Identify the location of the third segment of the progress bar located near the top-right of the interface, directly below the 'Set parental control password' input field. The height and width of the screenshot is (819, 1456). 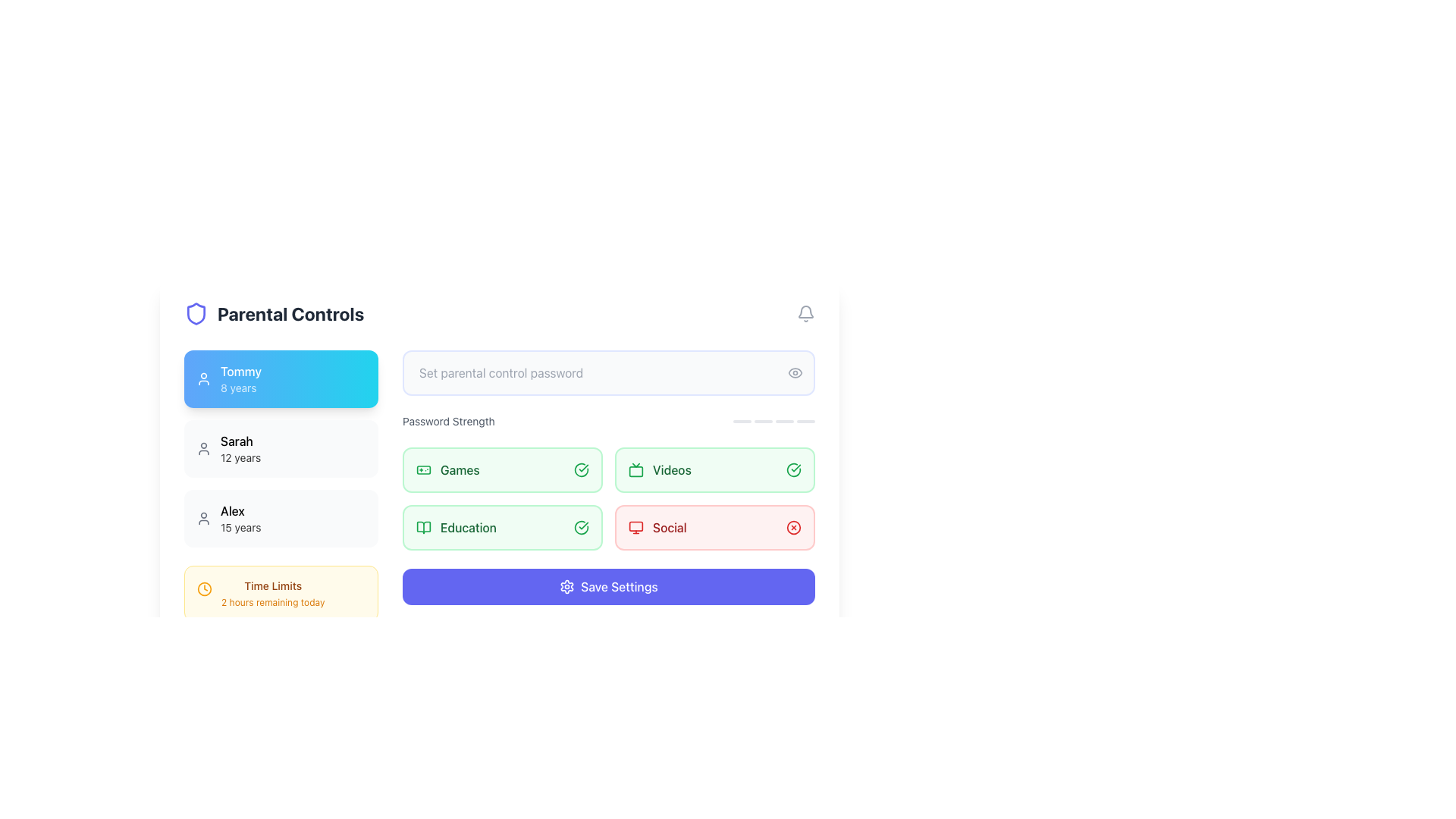
(785, 421).